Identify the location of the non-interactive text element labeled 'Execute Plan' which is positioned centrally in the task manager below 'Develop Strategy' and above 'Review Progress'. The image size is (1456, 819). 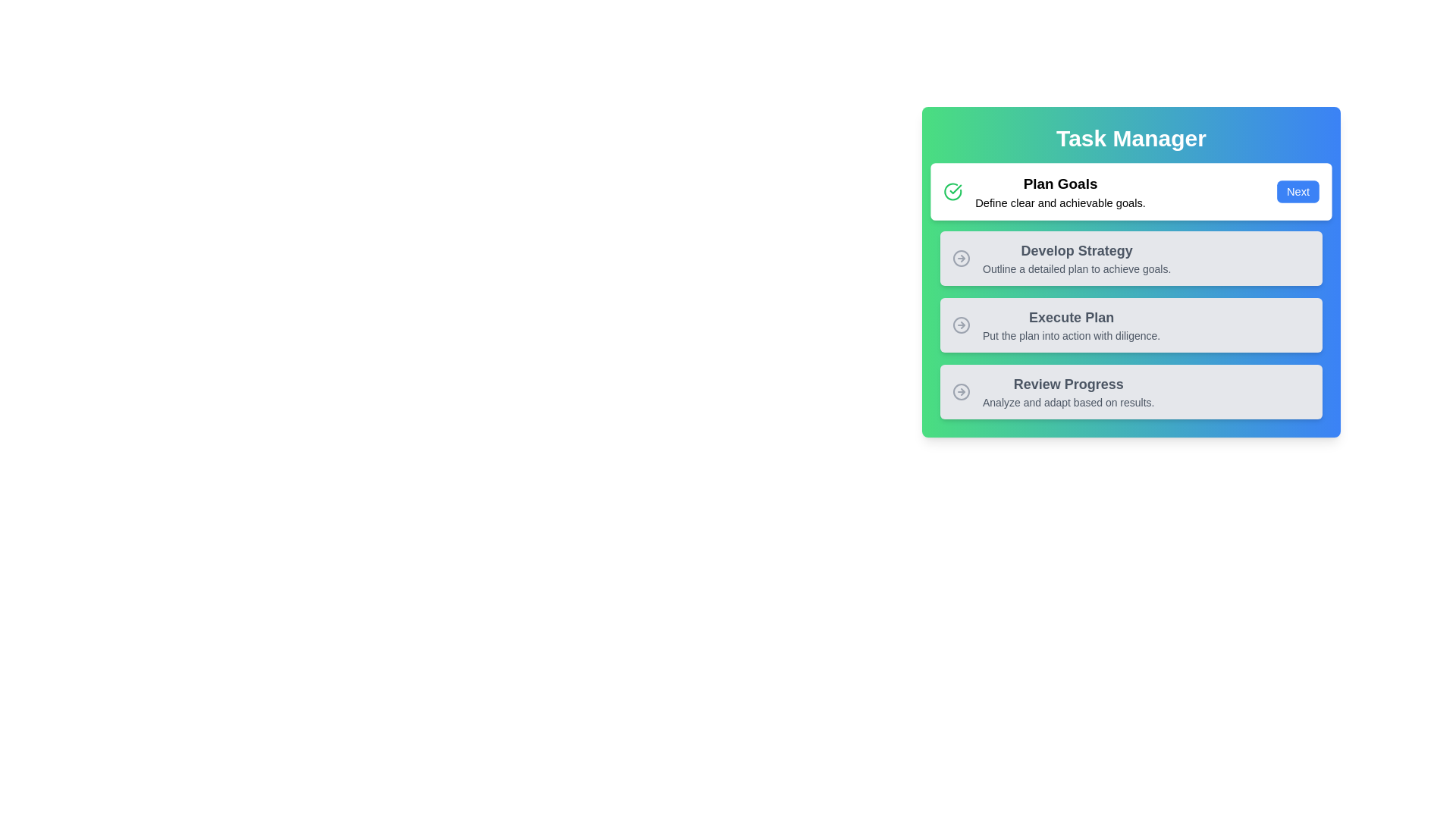
(1056, 324).